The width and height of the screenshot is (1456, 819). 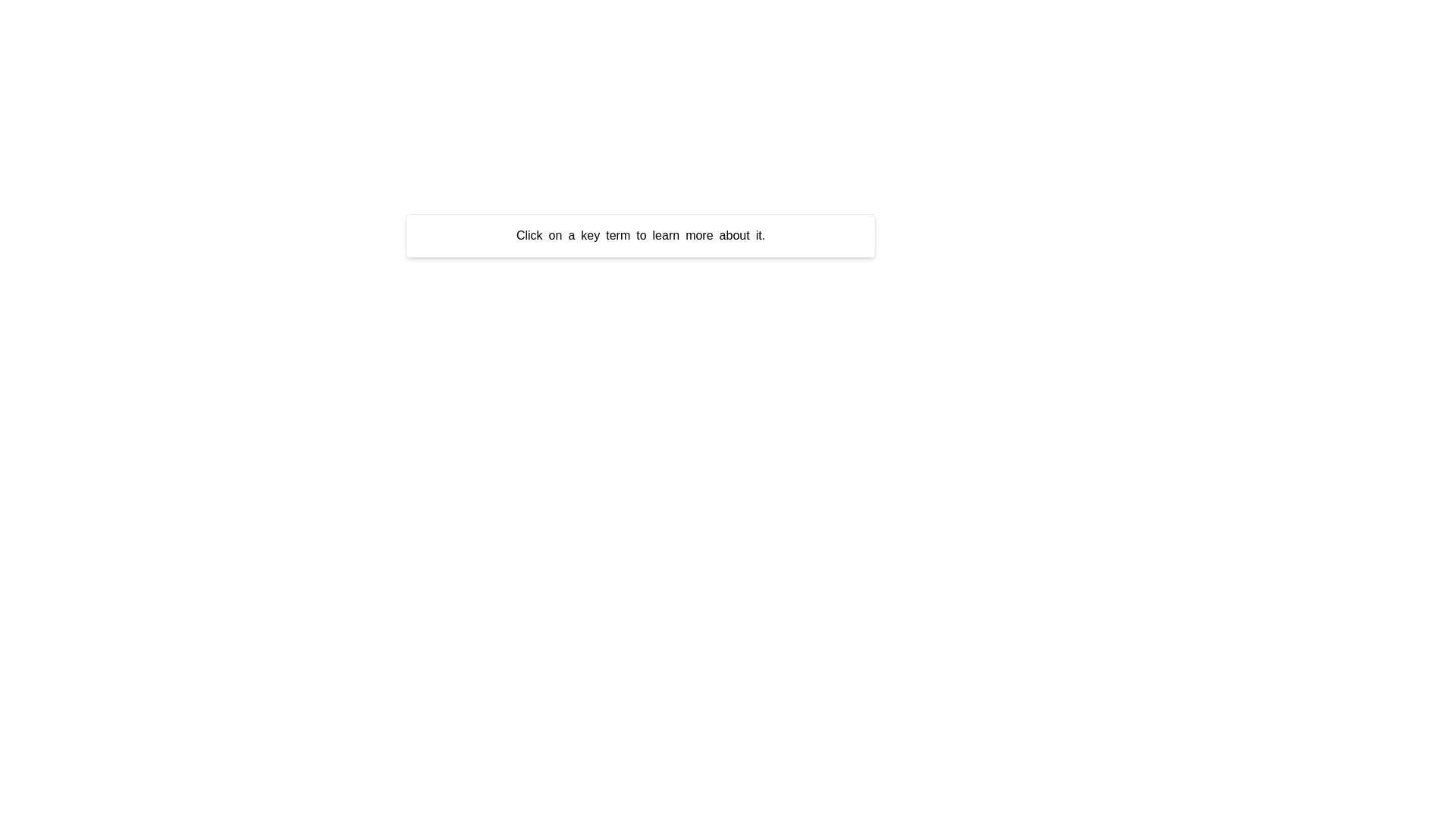 What do you see at coordinates (529, 235) in the screenshot?
I see `the text element that says 'Click', which is the first word in the sentence 'Click on a key term to learn more about it.', styled with a black font on a white background` at bounding box center [529, 235].